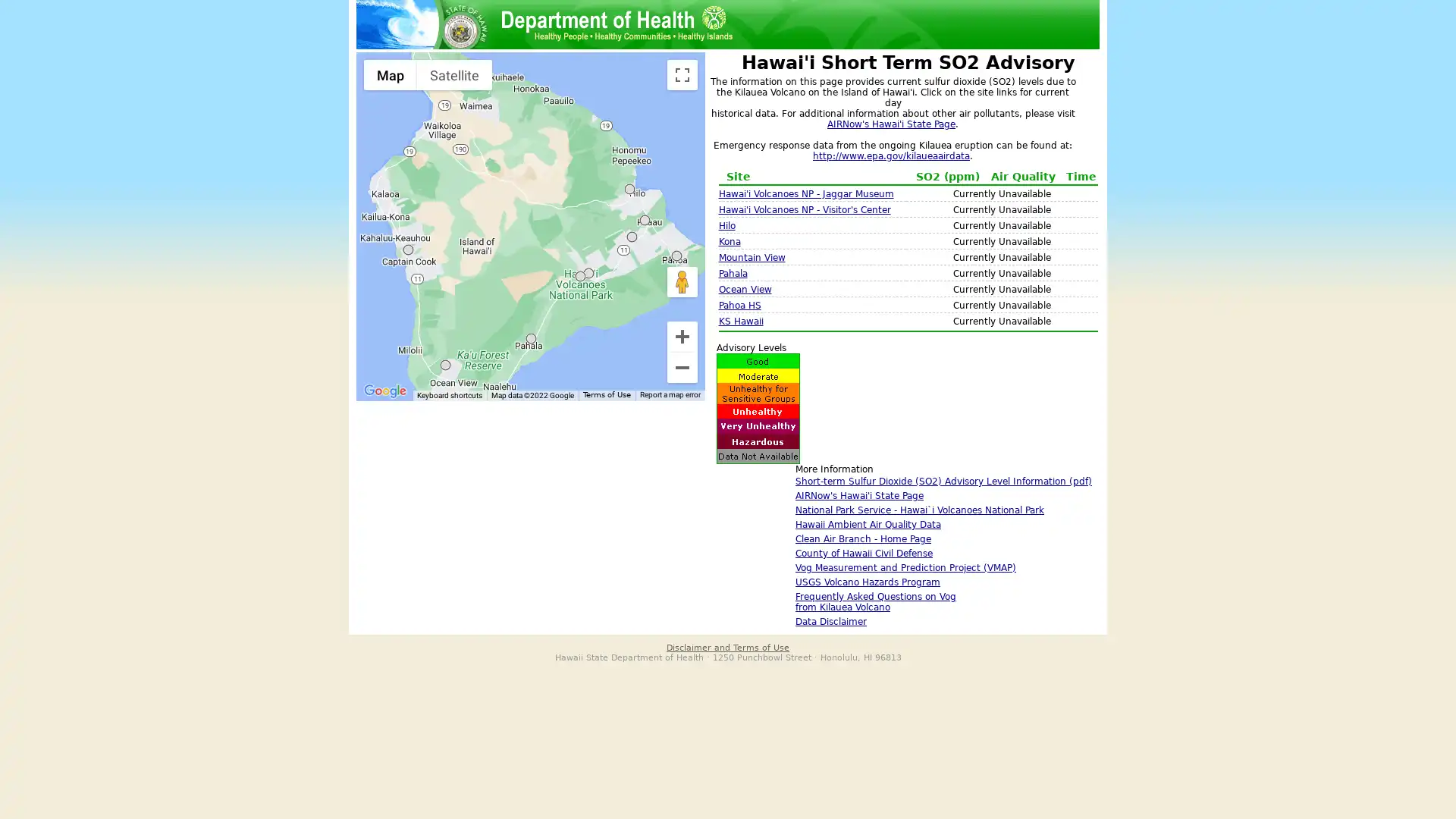 The width and height of the screenshot is (1456, 819). Describe the element at coordinates (632, 237) in the screenshot. I see `Mountain View: No Data` at that location.